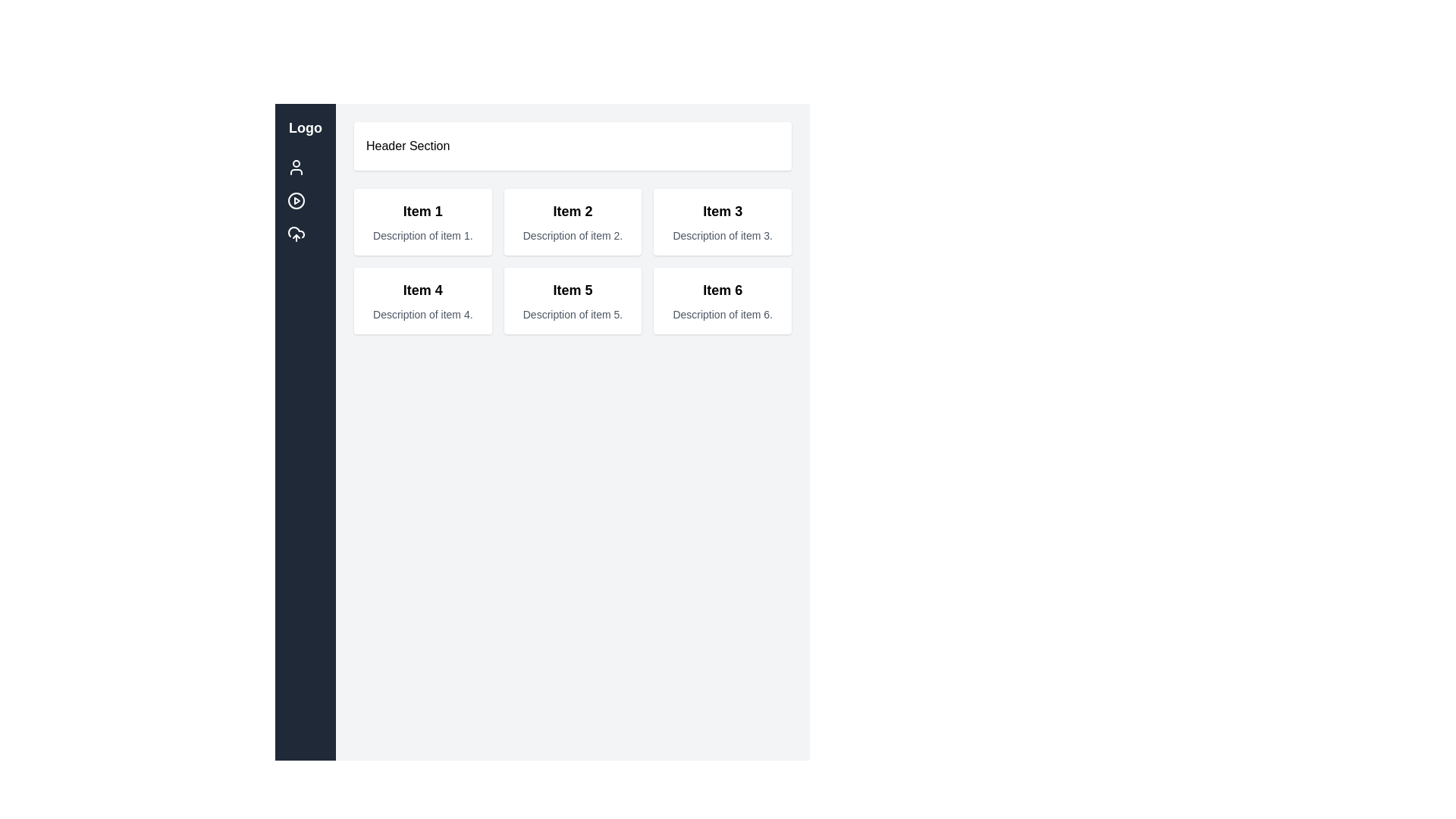 This screenshot has width=1456, height=819. I want to click on the Static content card displaying information related to 'Item 3', which is the third card in a grid layout located in the upper-right of the interface, so click(722, 222).